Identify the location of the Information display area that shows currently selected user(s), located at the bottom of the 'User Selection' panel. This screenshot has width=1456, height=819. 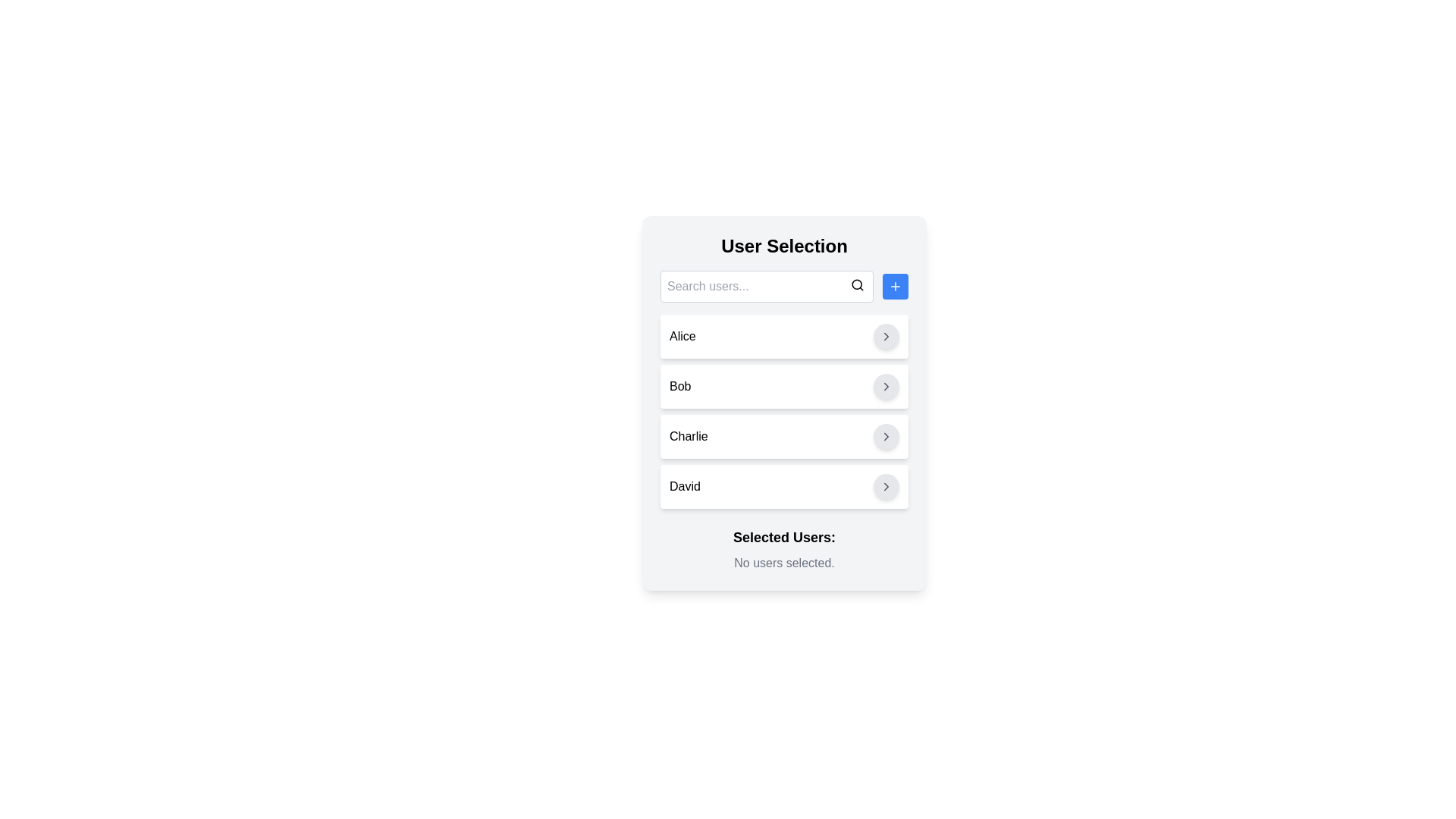
(784, 550).